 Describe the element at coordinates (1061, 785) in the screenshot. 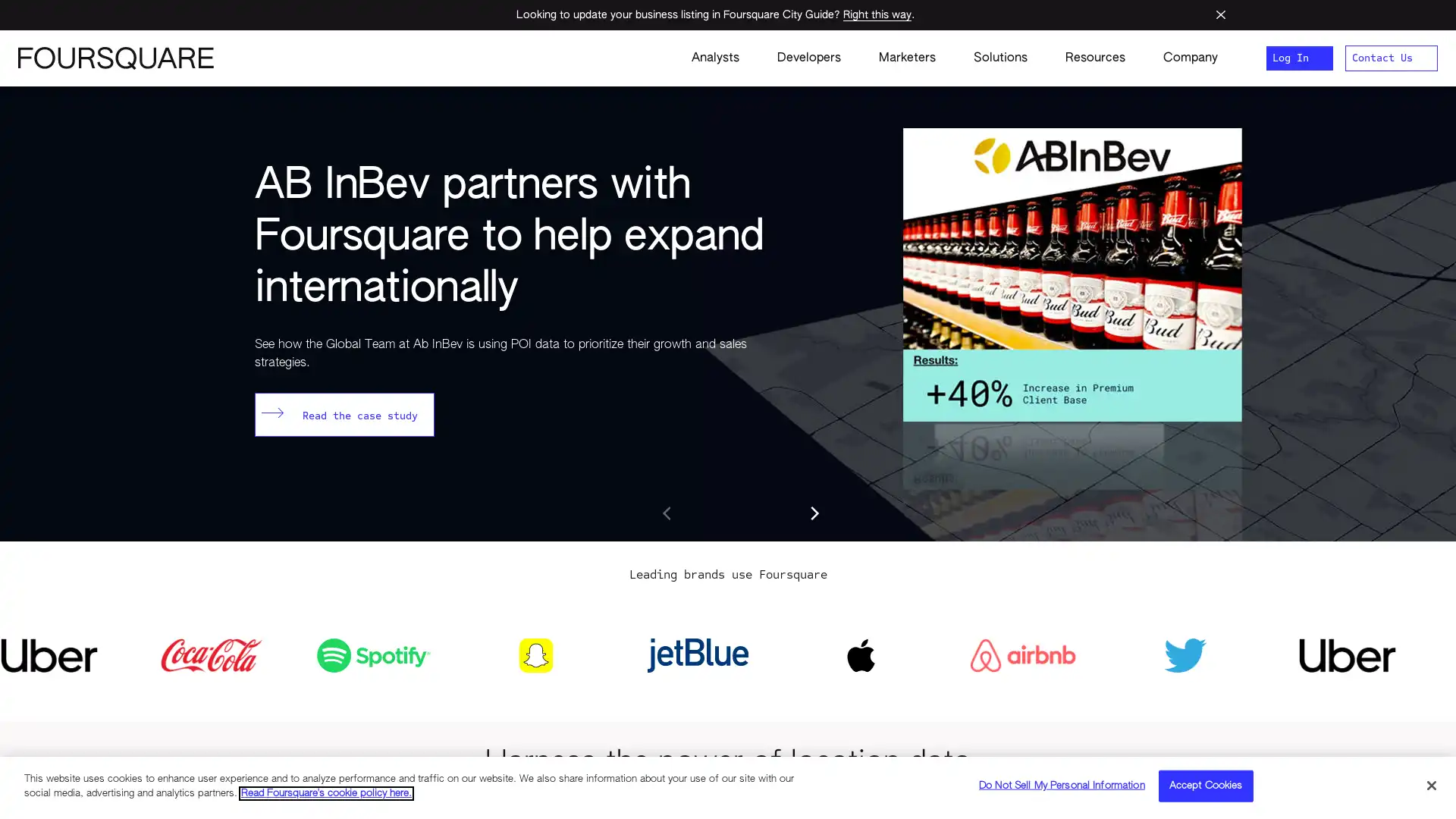

I see `Do Not Sell My Personal Information` at that location.